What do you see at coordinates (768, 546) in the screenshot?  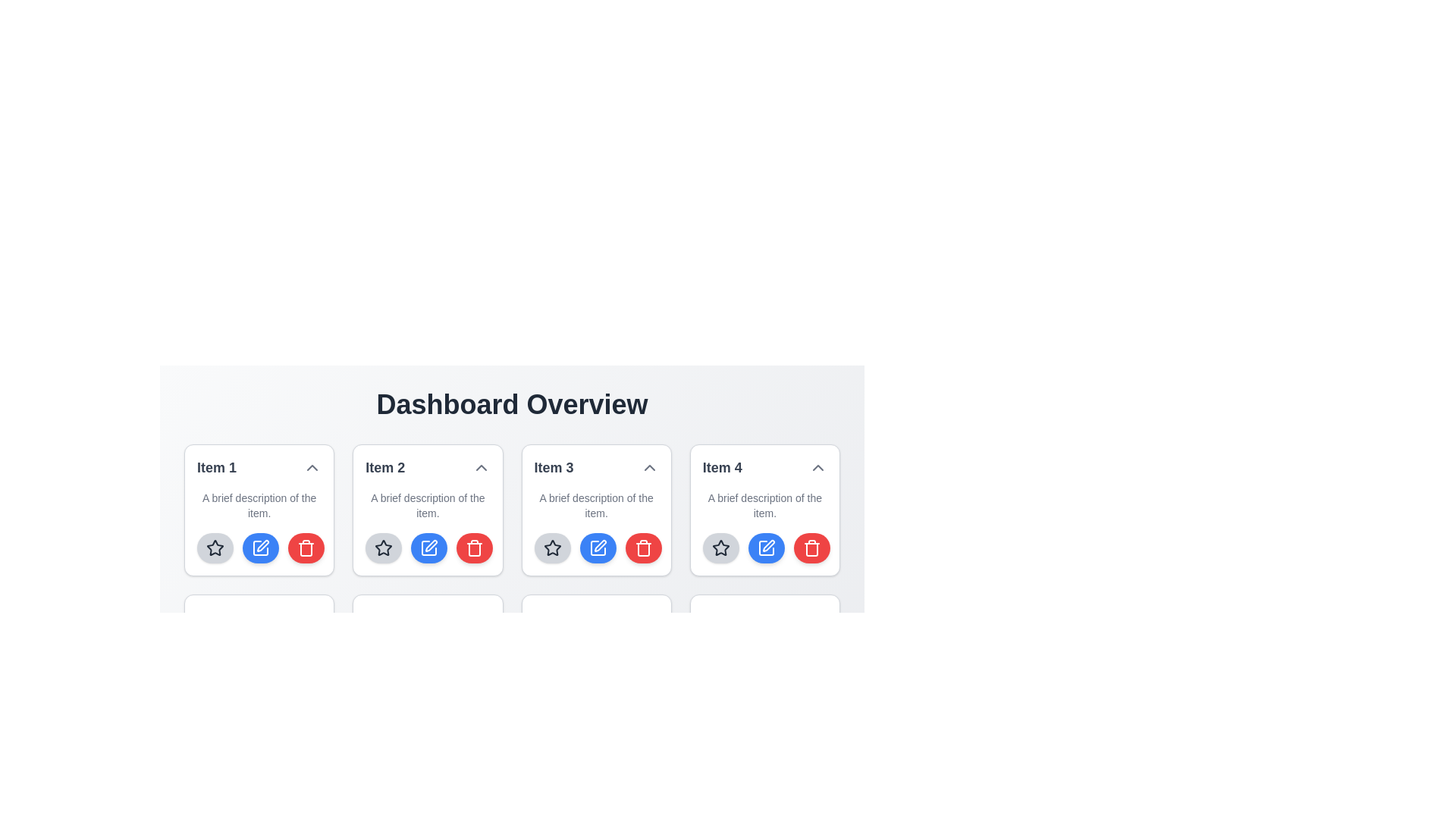 I see `the white pen icon embedded within the blue circular button in the fourth item card of the 'Dashboard Overview' section` at bounding box center [768, 546].